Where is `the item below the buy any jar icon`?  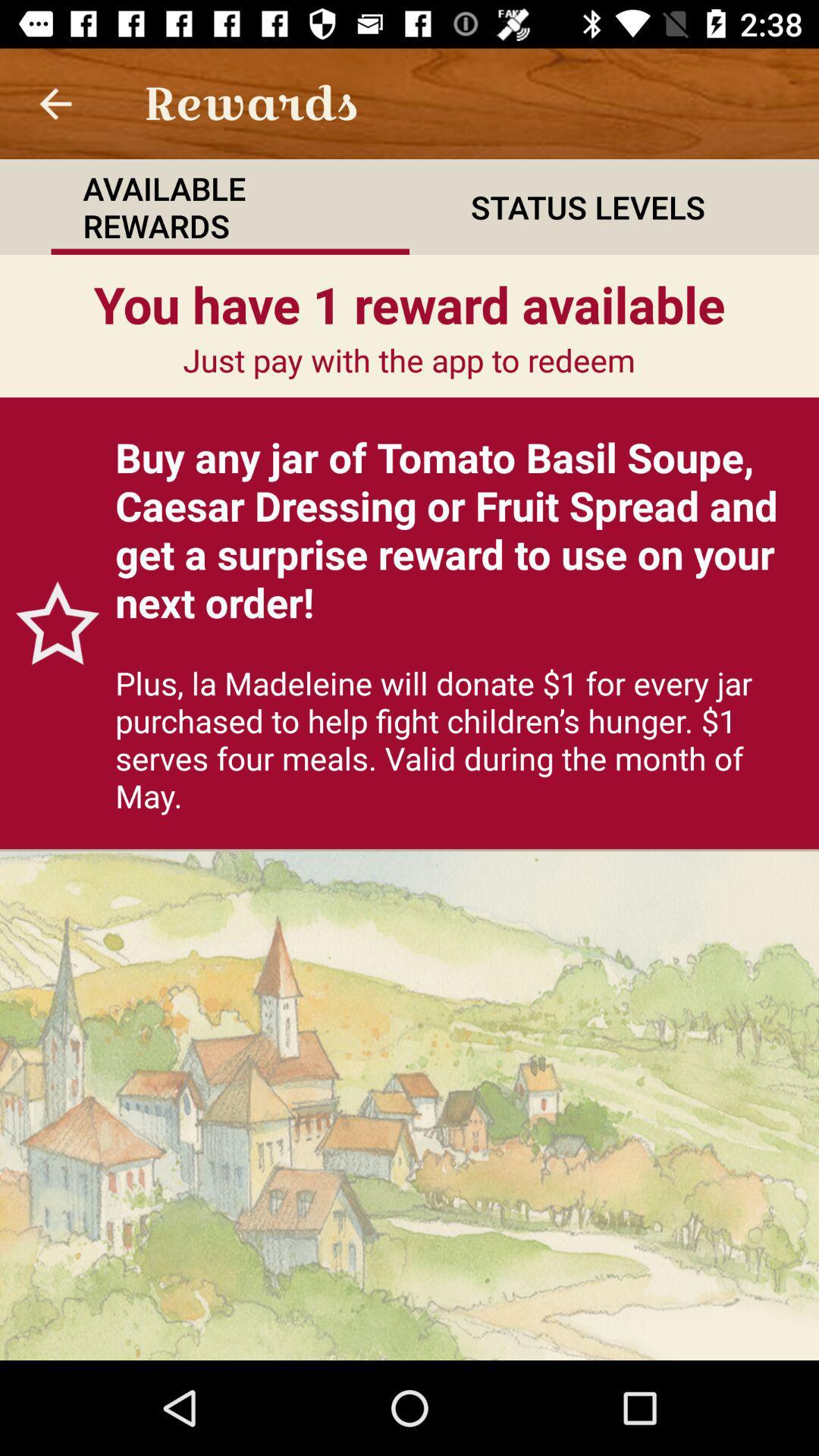
the item below the buy any jar icon is located at coordinates (458, 739).